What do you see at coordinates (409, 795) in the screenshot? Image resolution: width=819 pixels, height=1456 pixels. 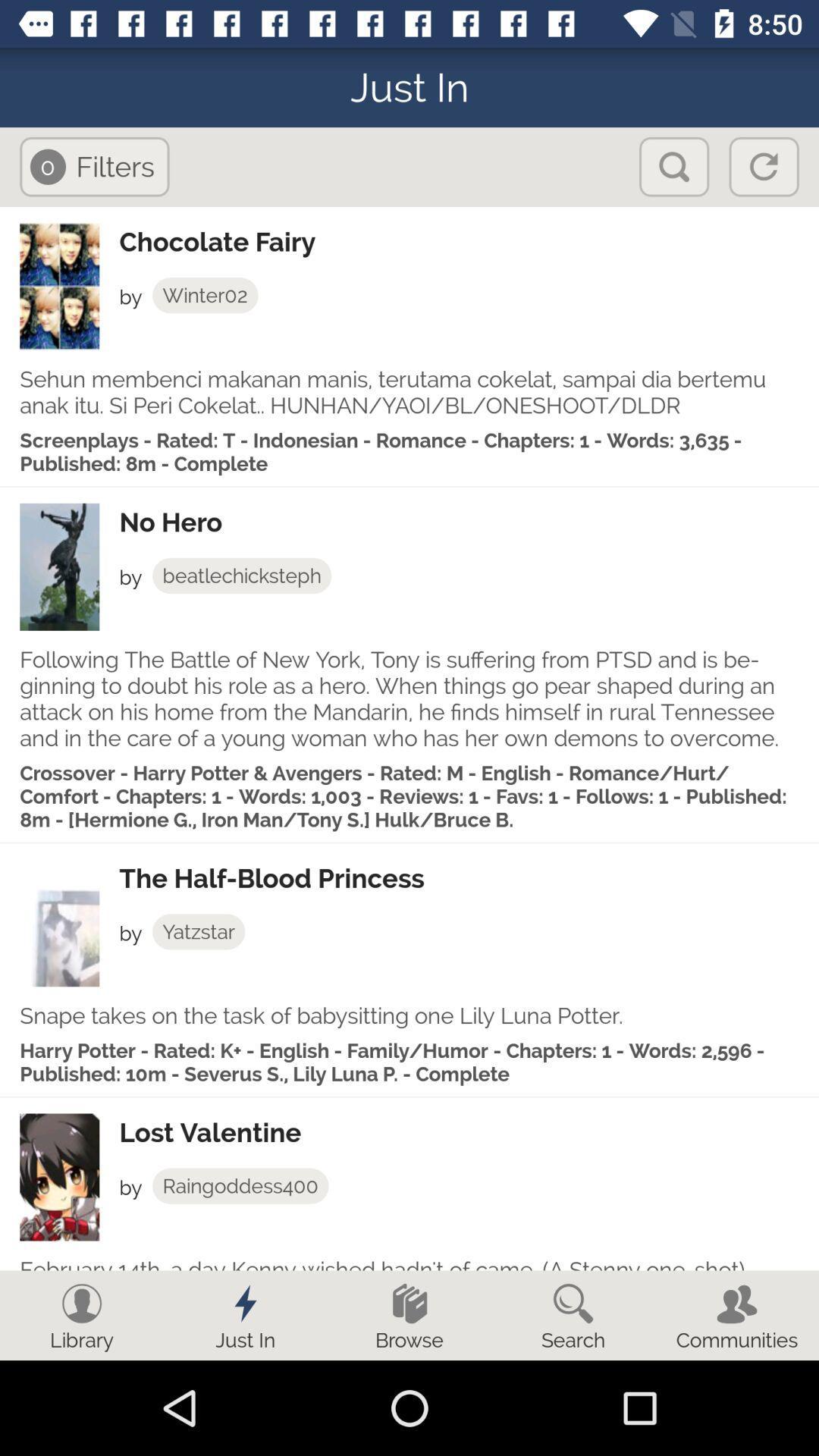 I see `the crossover harry potter item` at bounding box center [409, 795].